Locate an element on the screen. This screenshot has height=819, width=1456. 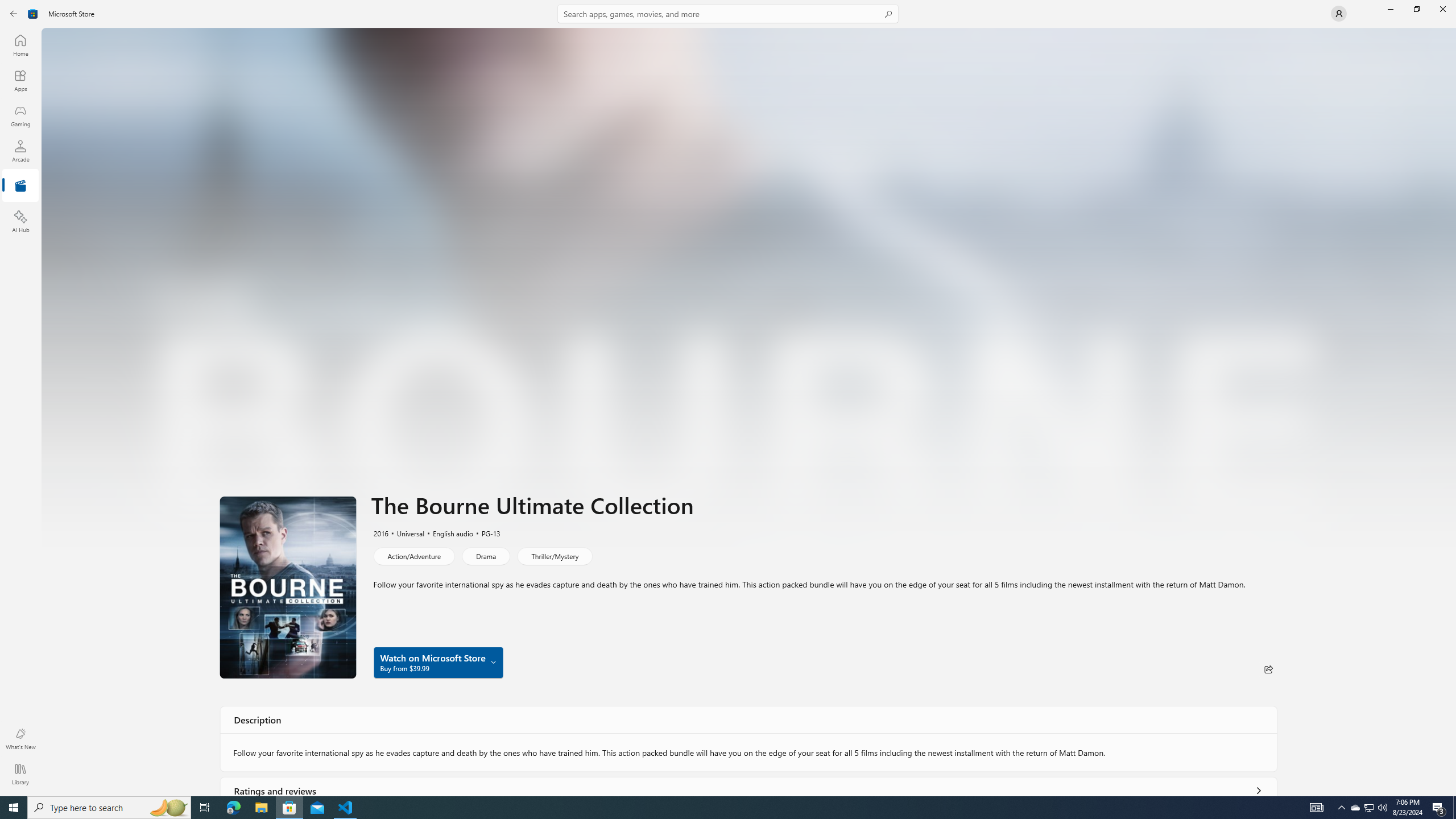
'Apps' is located at coordinates (19, 80).